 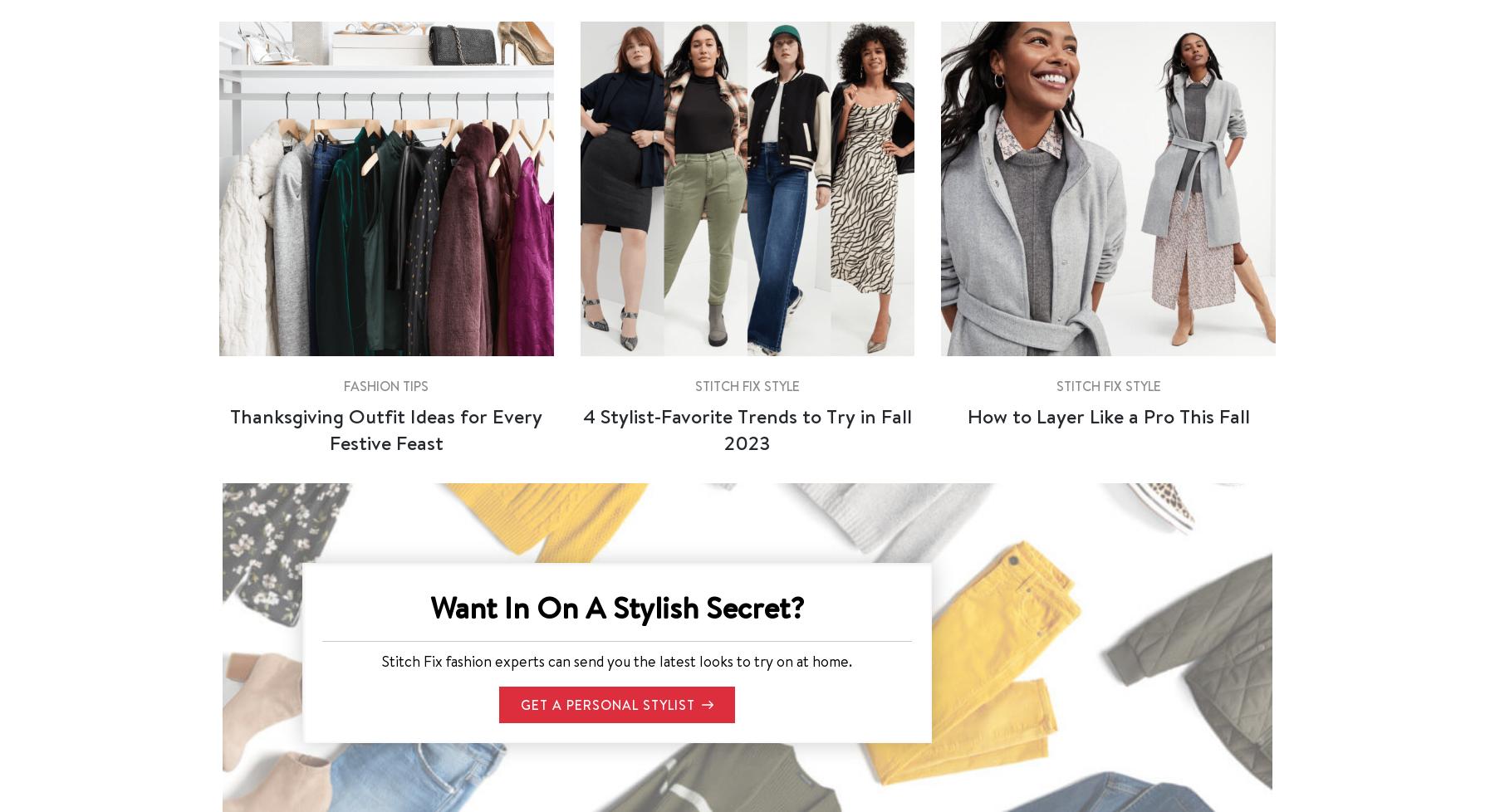 What do you see at coordinates (385, 384) in the screenshot?
I see `'Fashion Tips'` at bounding box center [385, 384].